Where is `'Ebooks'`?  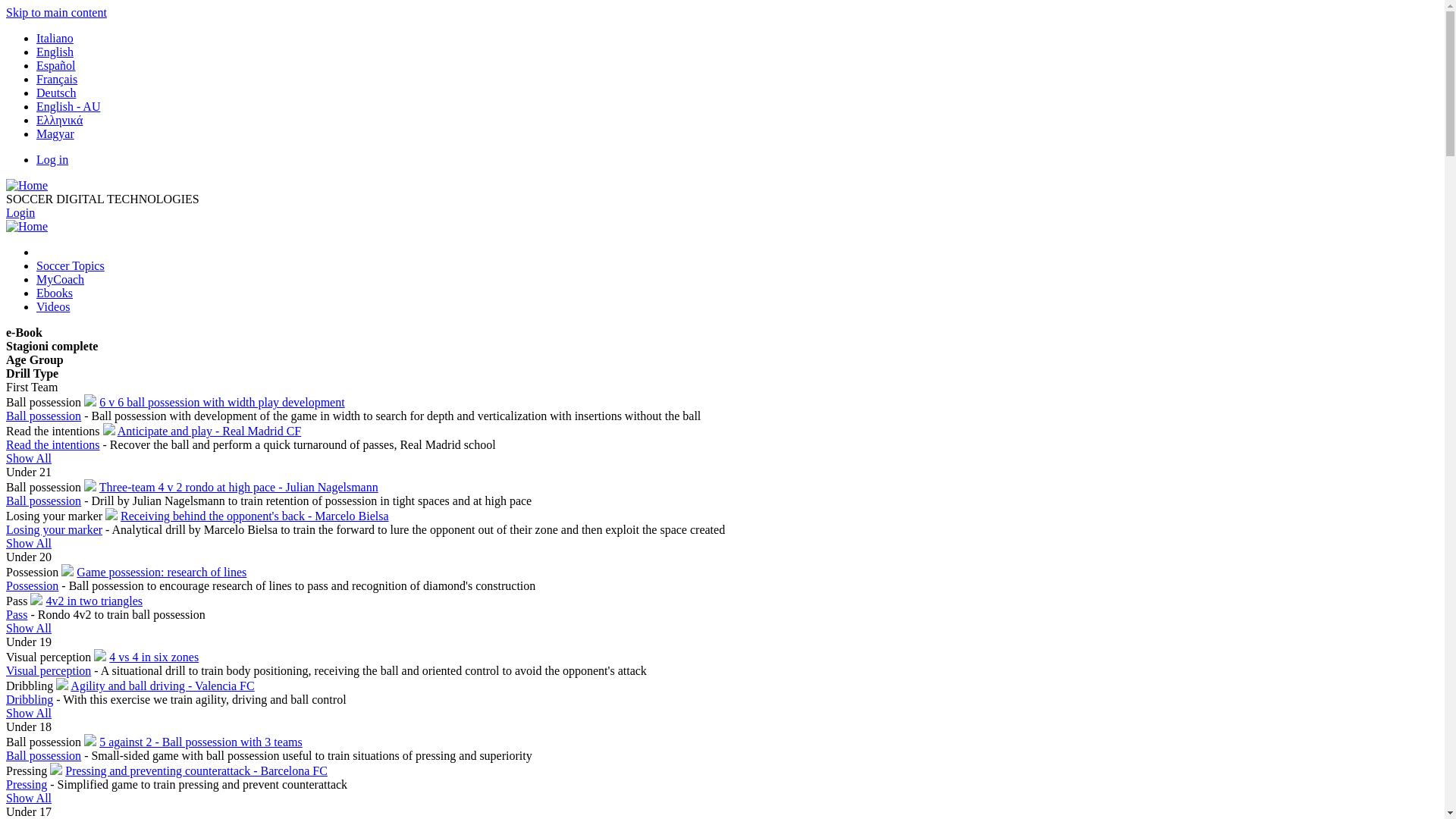
'Ebooks' is located at coordinates (55, 293).